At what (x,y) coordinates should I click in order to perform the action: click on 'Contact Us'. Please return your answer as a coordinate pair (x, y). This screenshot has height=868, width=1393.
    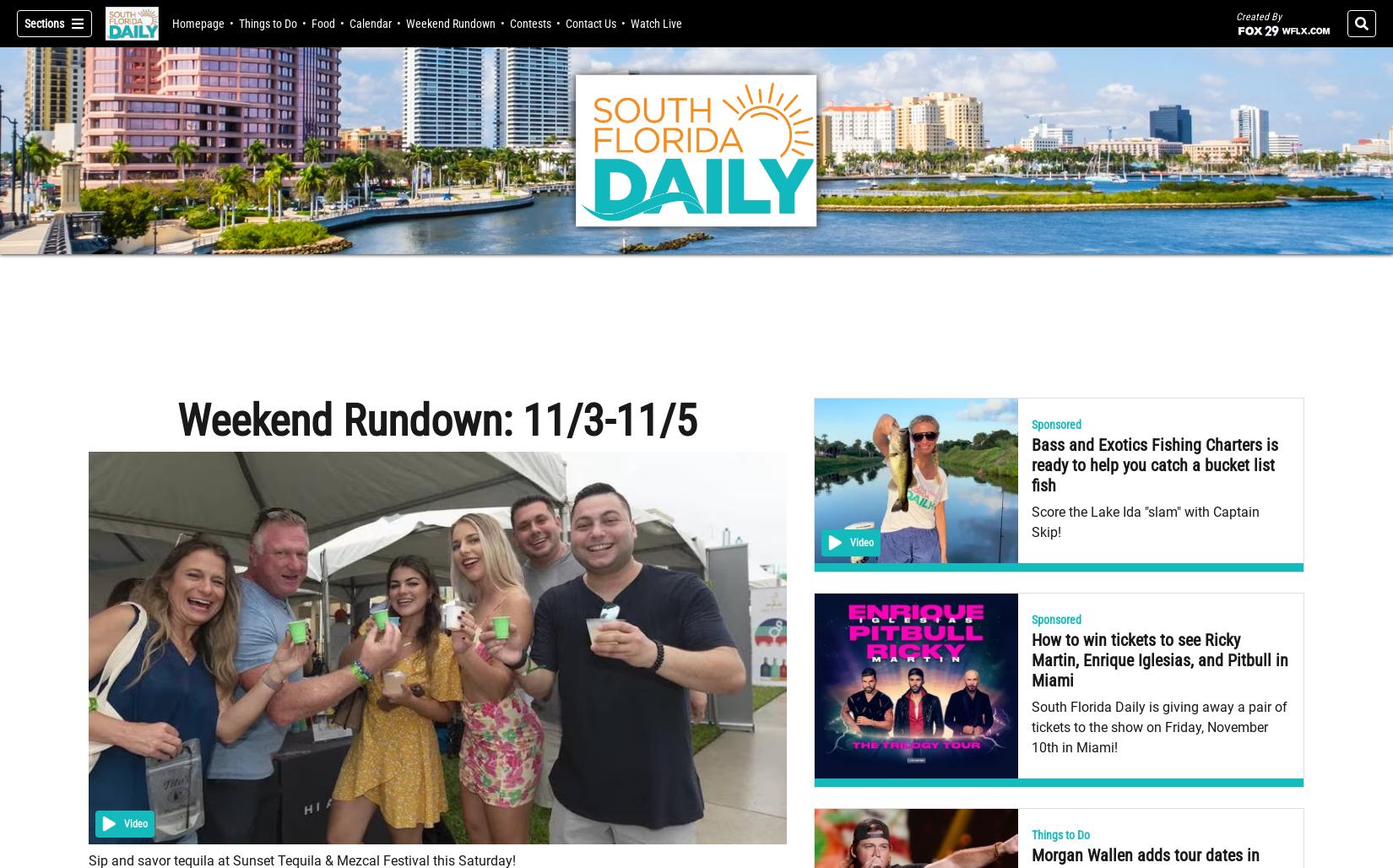
    Looking at the image, I should click on (589, 23).